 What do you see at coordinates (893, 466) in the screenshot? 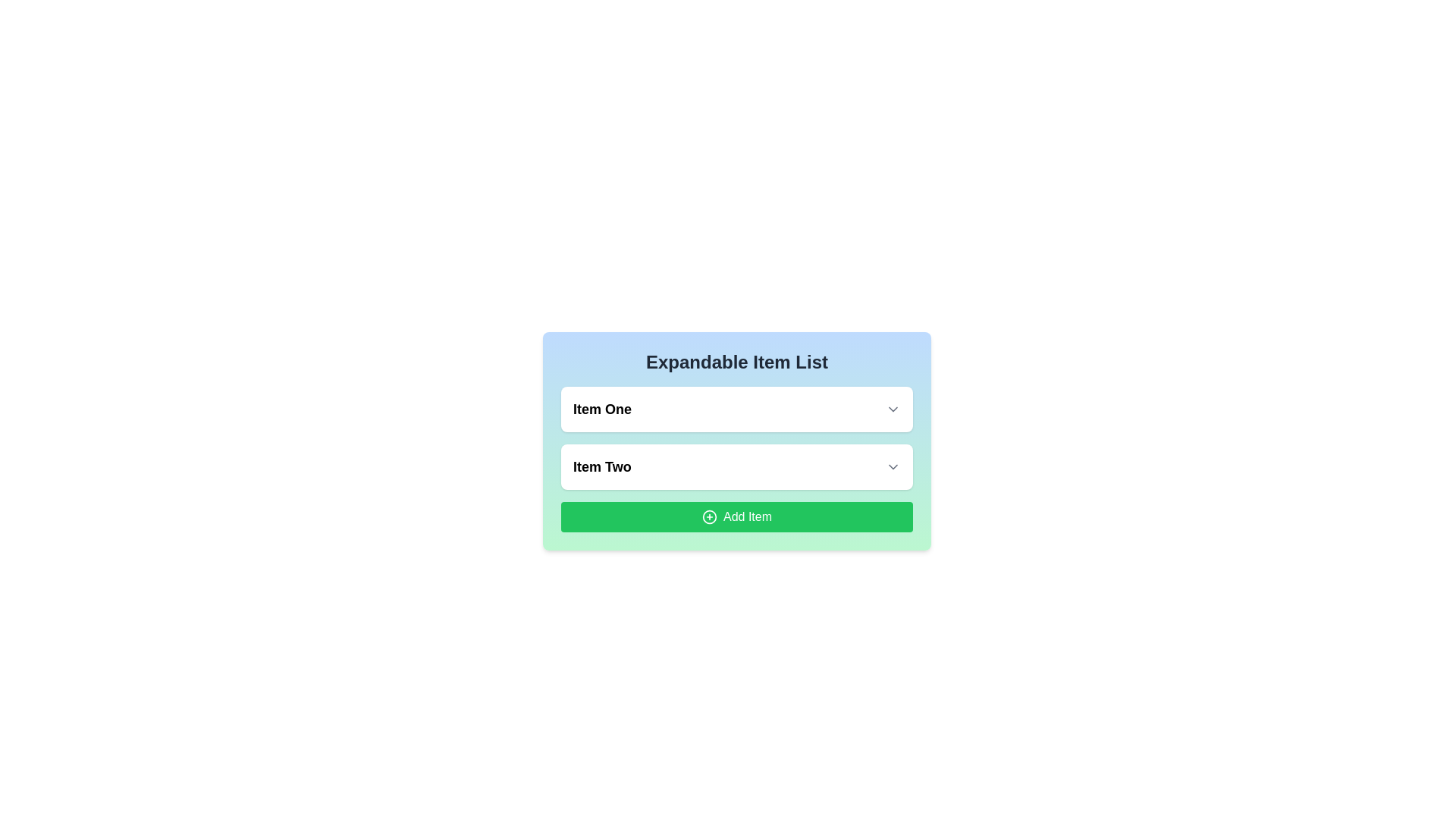
I see `the chevron-down icon button located at the far-right end of the 'Item Two' element to change its color` at bounding box center [893, 466].